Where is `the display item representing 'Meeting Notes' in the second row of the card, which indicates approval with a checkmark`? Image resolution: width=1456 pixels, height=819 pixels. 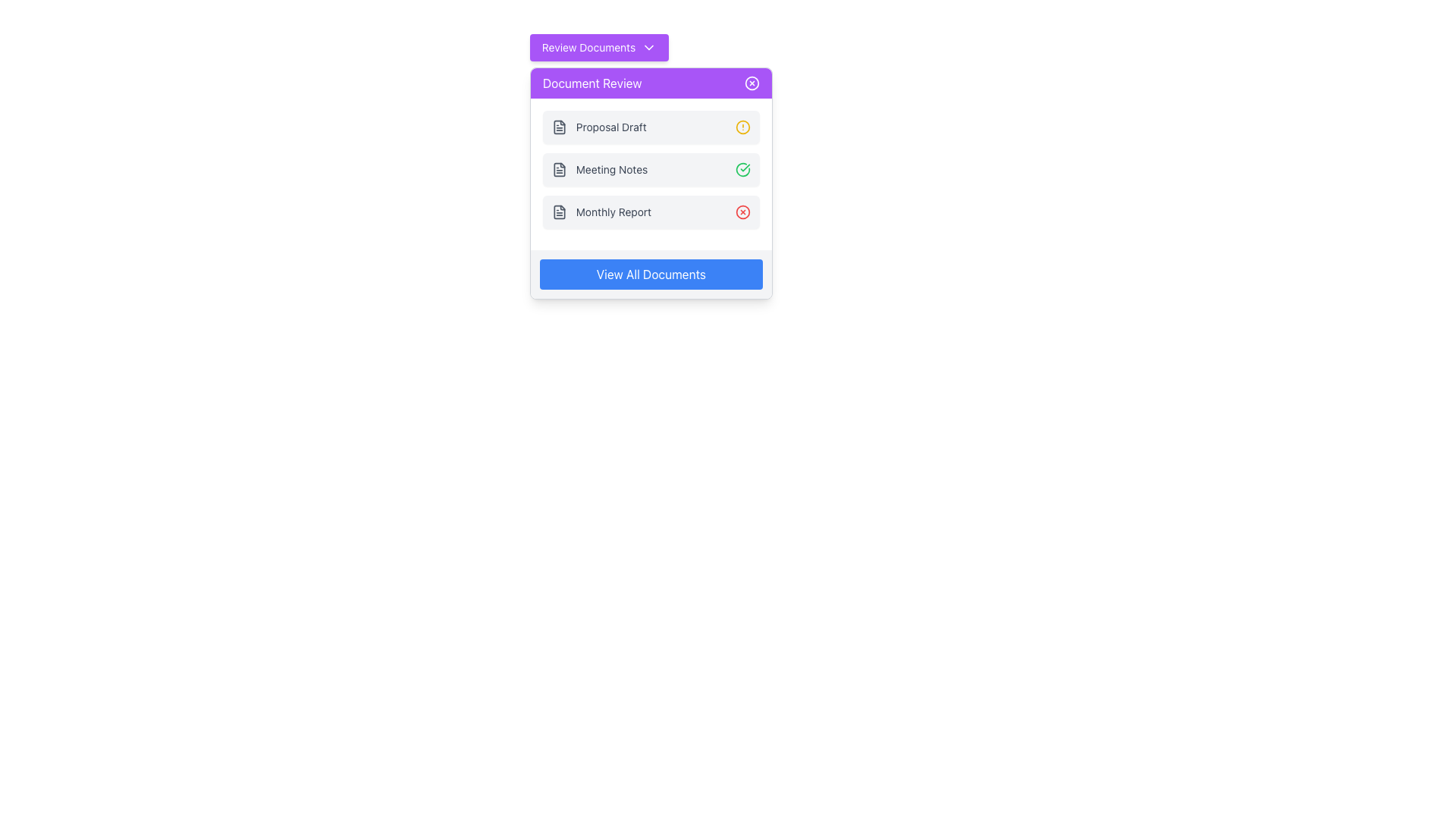 the display item representing 'Meeting Notes' in the second row of the card, which indicates approval with a checkmark is located at coordinates (651, 174).